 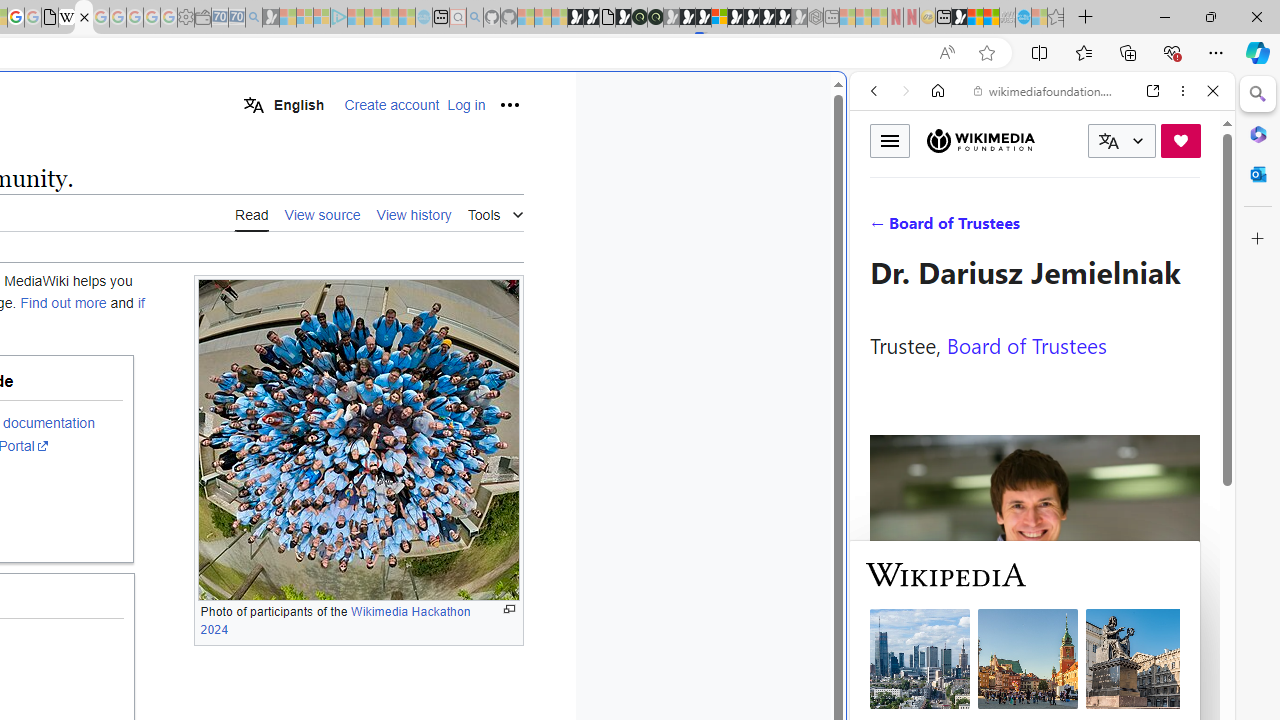 I want to click on 'Services - Maintenance | Sky Blue Bikes - Sky Blue Bikes', so click(x=1023, y=17).